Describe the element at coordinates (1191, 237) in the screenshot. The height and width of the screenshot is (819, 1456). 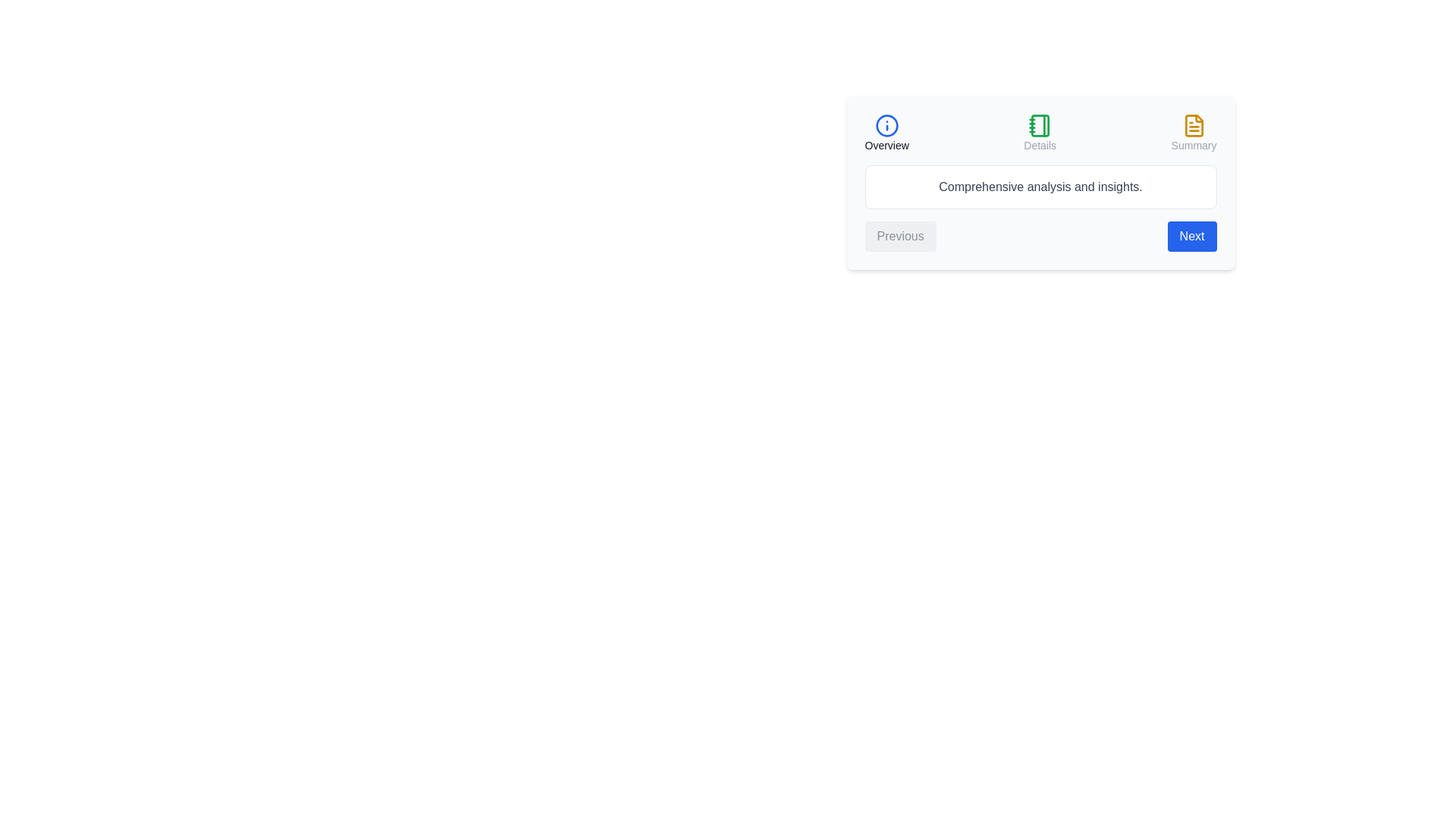
I see `'Next' button to move to the next step in the stepper` at that location.